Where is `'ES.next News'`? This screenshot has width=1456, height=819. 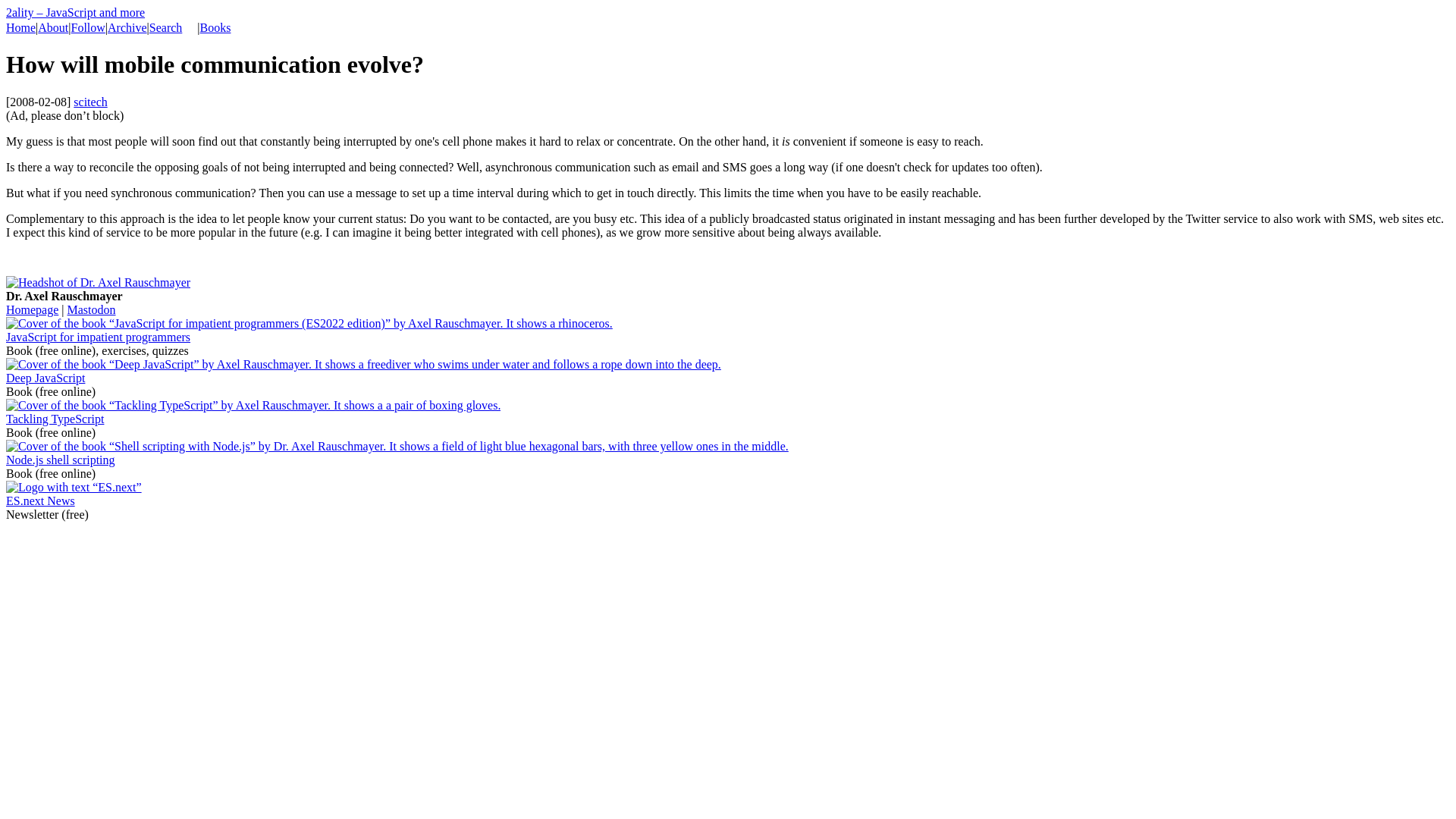
'ES.next News' is located at coordinates (6, 500).